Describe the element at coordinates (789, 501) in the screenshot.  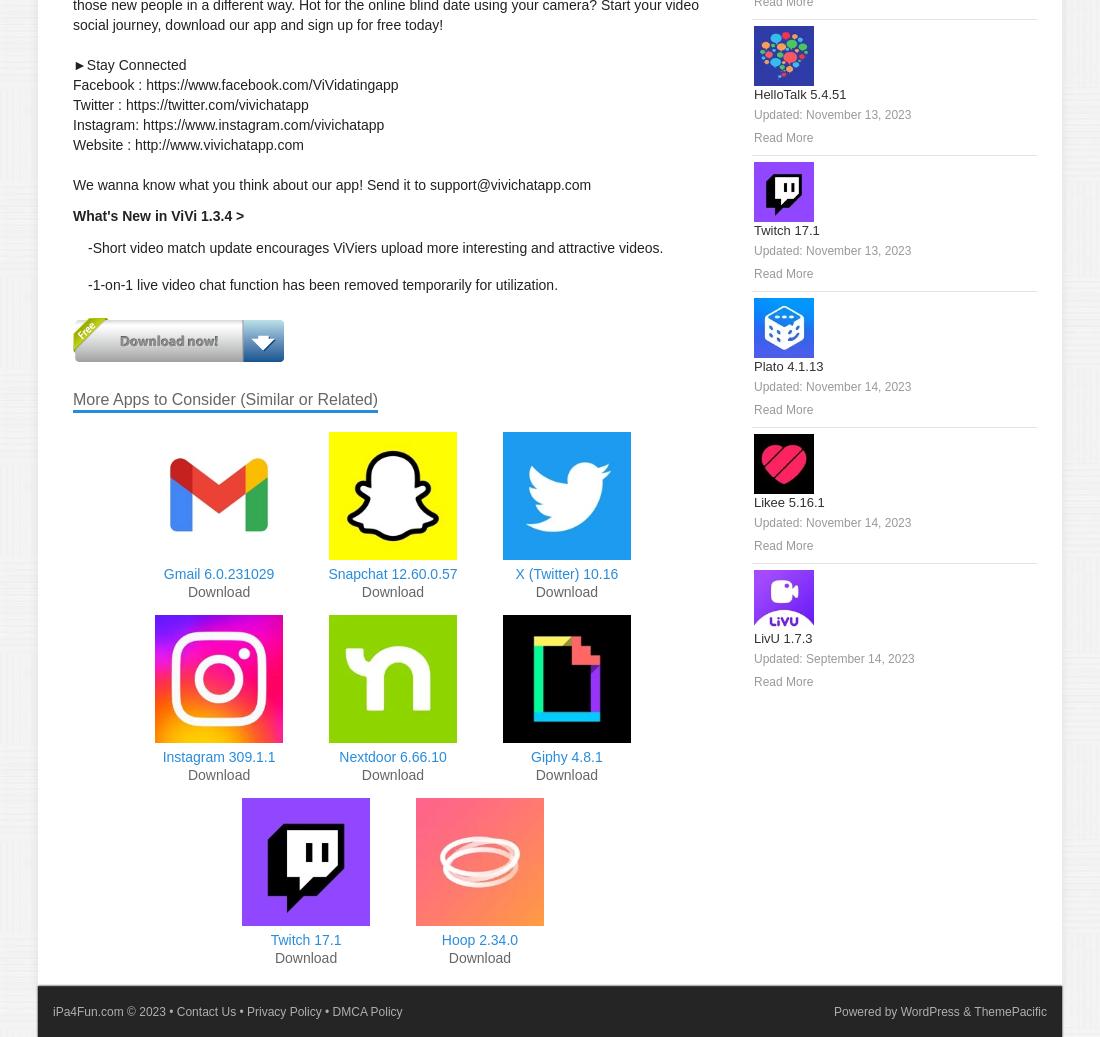
I see `'Likee 5.16.1'` at that location.